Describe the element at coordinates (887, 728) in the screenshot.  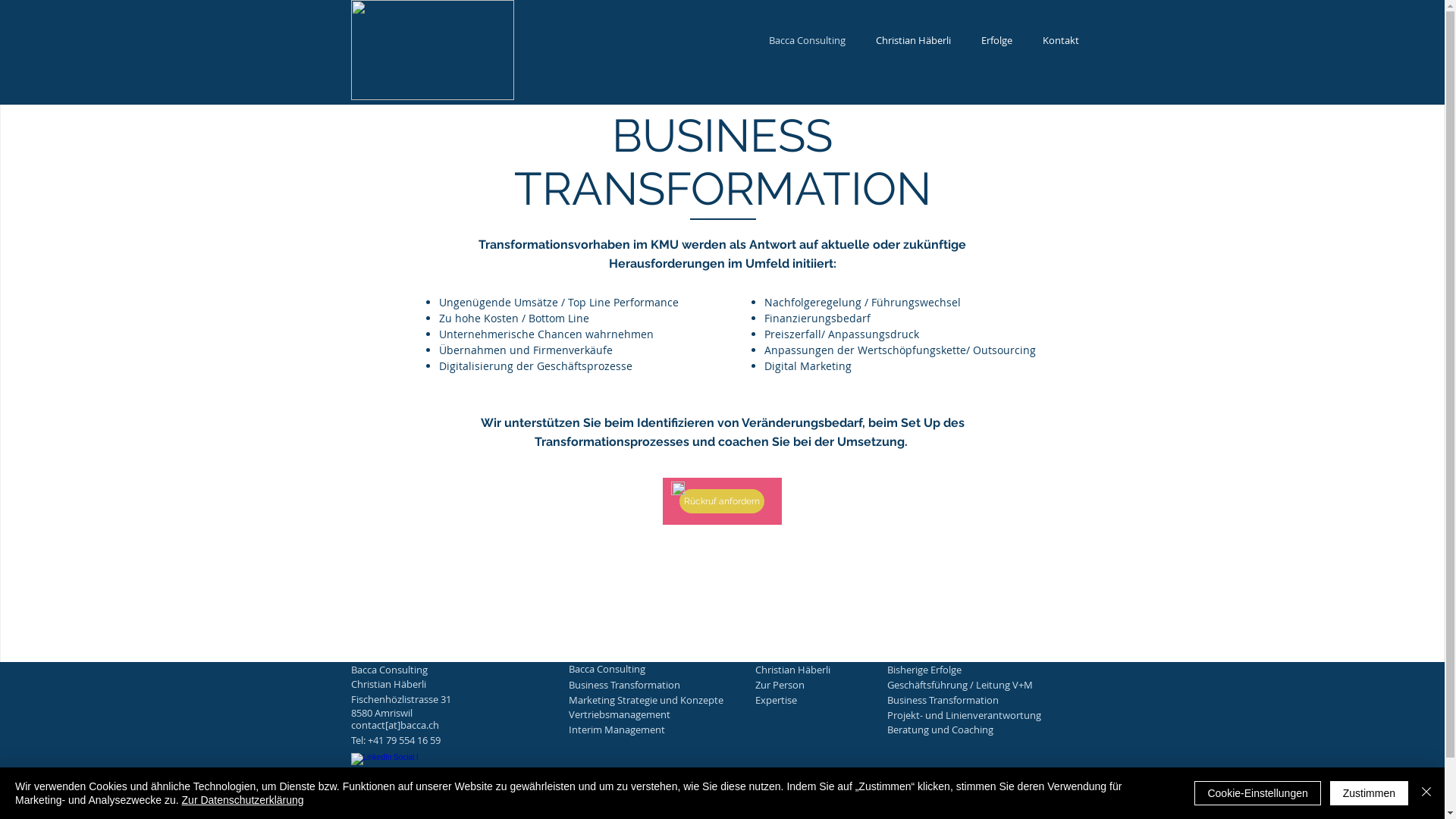
I see `'Beratung und Coaching'` at that location.